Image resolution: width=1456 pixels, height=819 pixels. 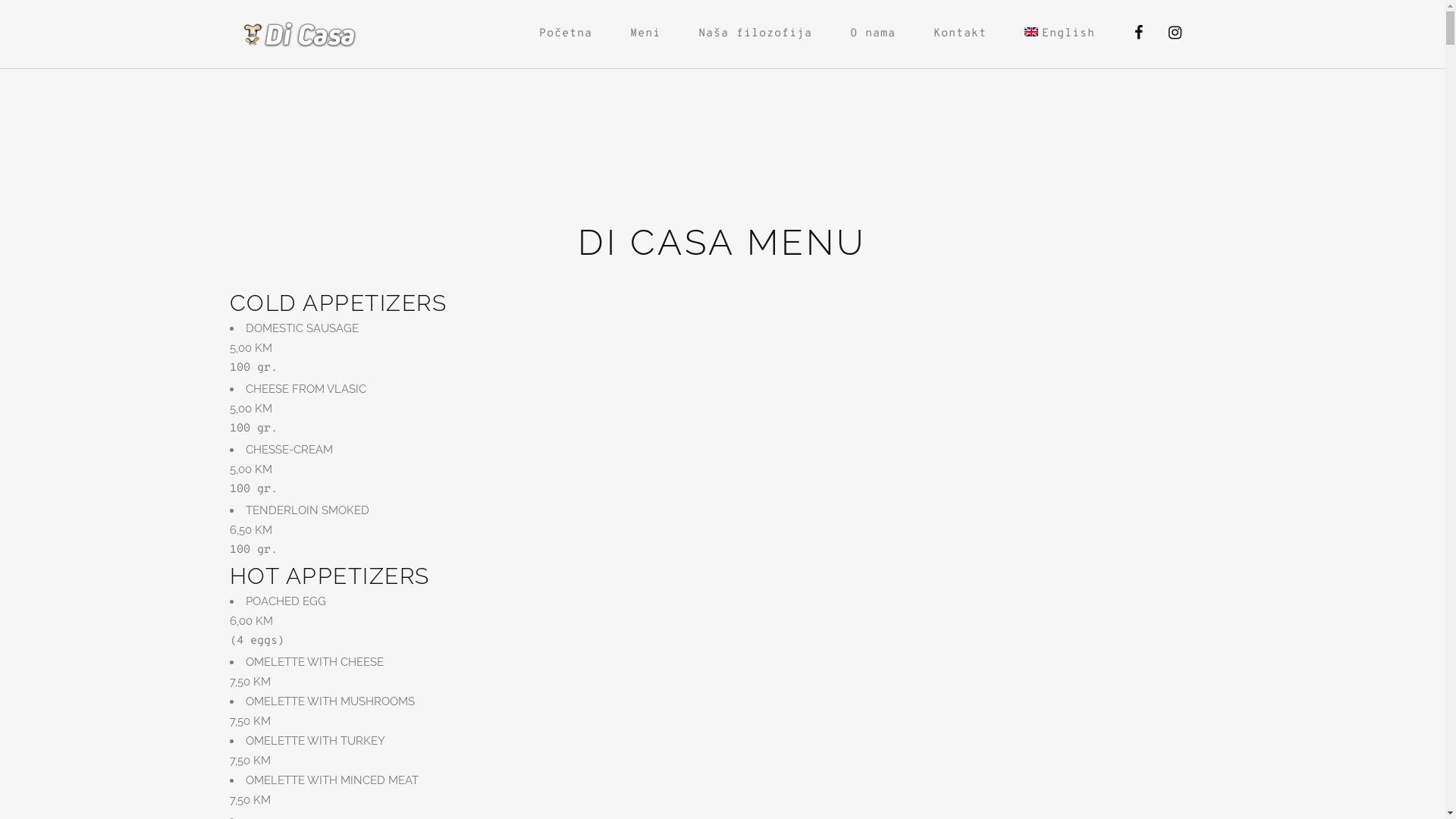 I want to click on 'English', so click(x=1031, y=32).